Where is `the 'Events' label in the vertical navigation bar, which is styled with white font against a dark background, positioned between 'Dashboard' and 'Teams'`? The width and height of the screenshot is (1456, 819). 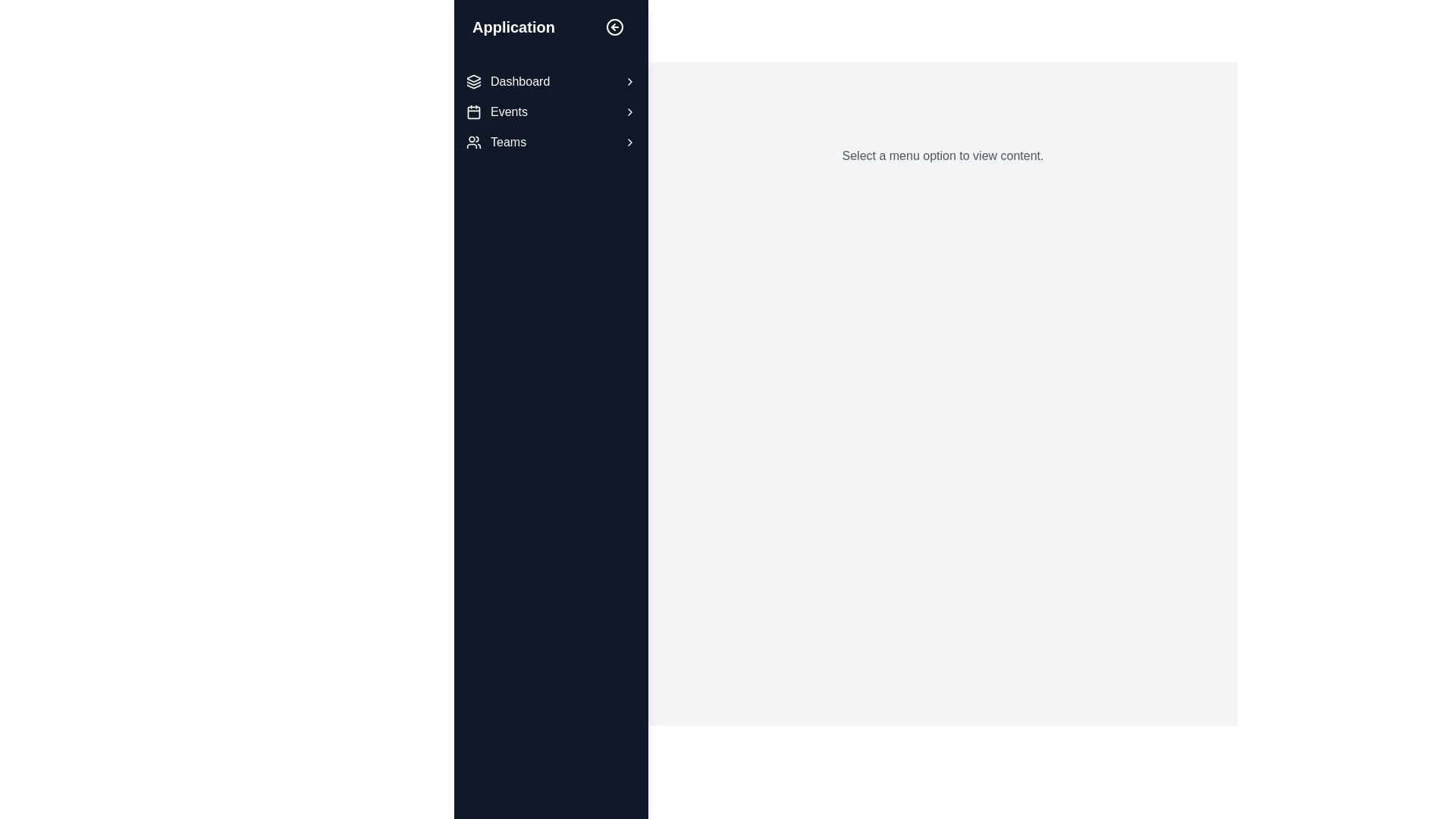 the 'Events' label in the vertical navigation bar, which is styled with white font against a dark background, positioned between 'Dashboard' and 'Teams' is located at coordinates (509, 111).